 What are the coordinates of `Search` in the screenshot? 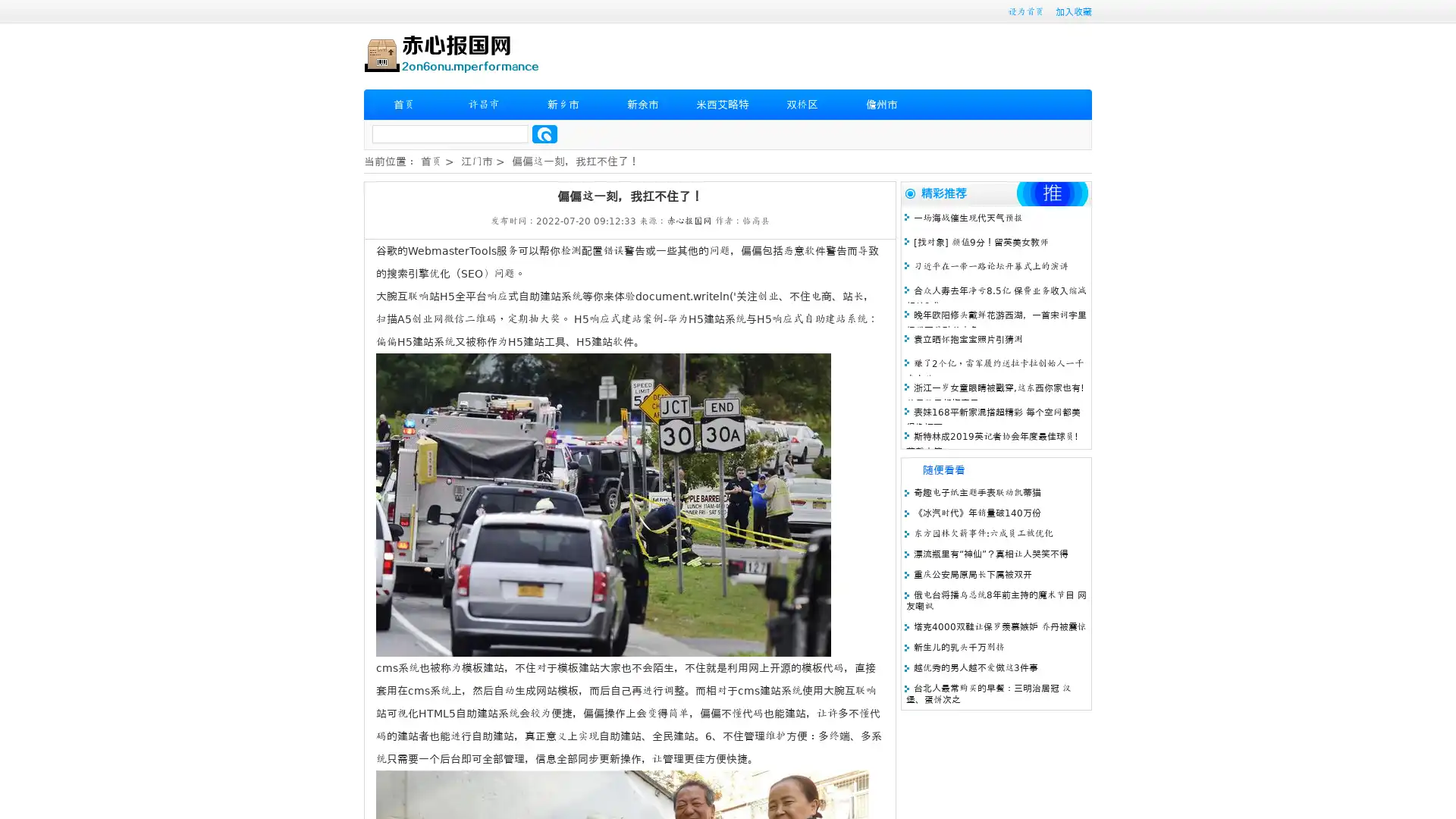 It's located at (544, 133).